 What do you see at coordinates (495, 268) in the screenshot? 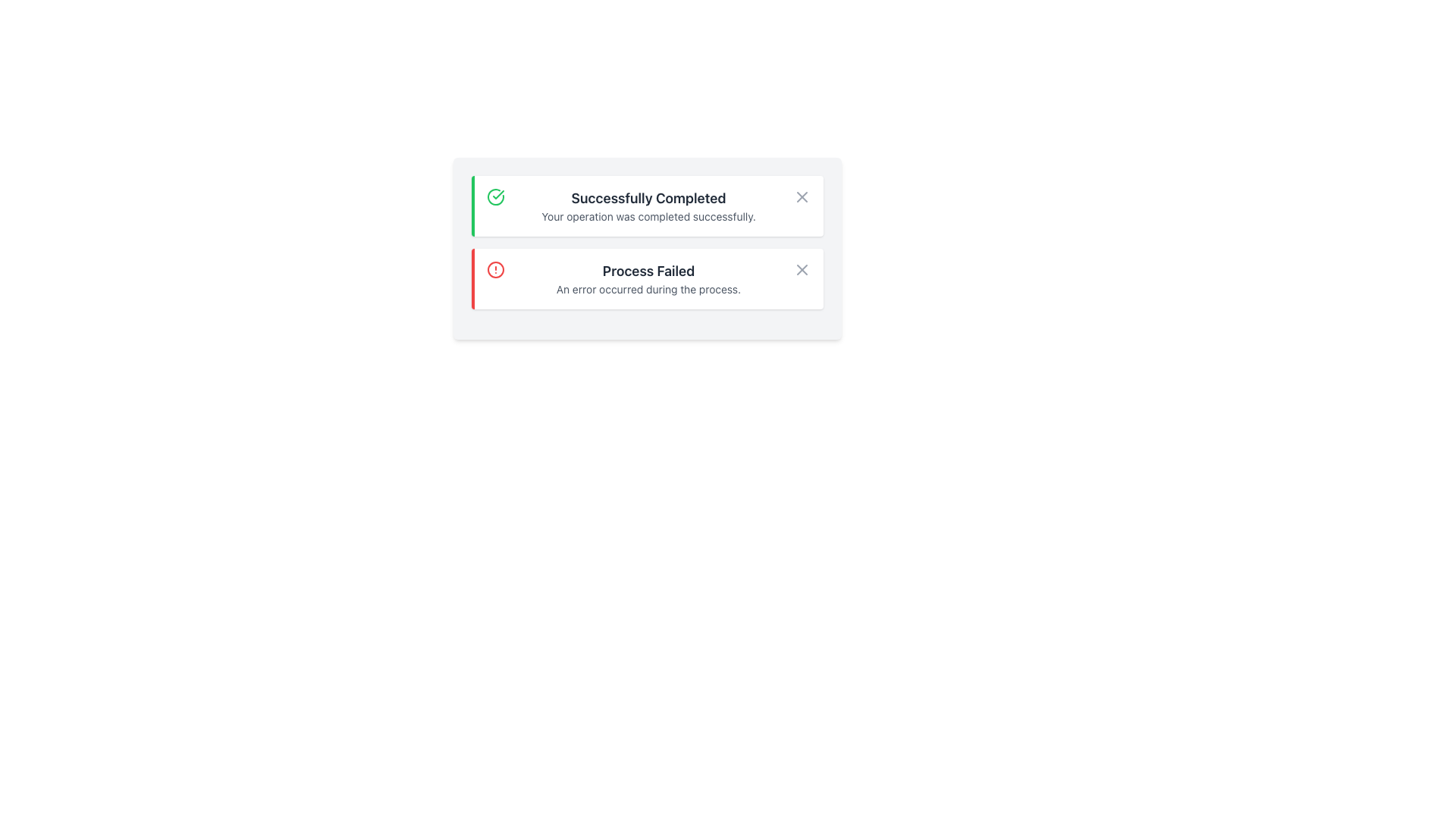
I see `the red circular alert icon within the 'Process Failed' label, which is the second item in a vertical list, to indicate an error or important notice to the user` at bounding box center [495, 268].